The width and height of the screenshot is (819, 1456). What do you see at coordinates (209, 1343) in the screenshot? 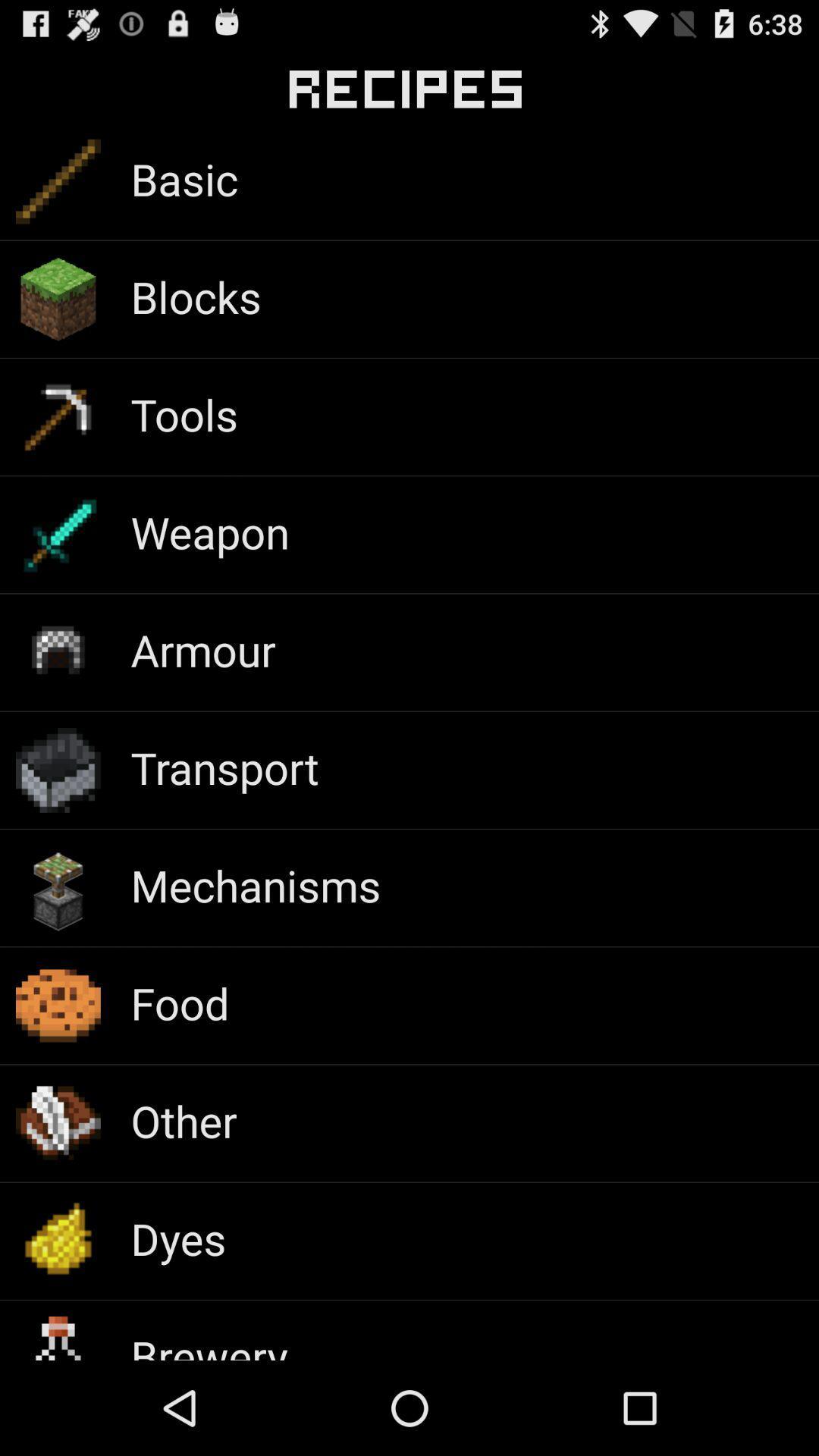
I see `brewery` at bounding box center [209, 1343].